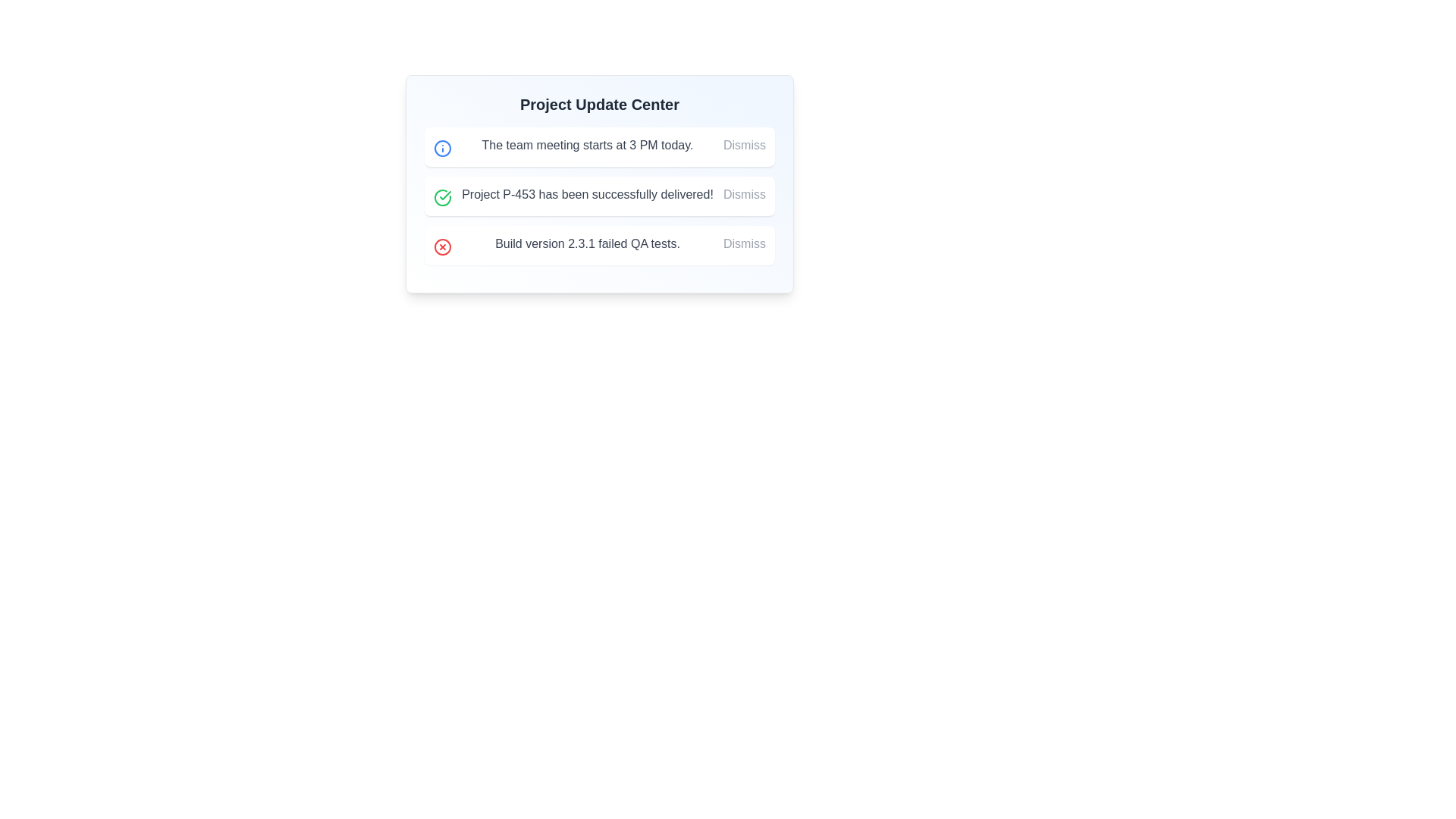  What do you see at coordinates (745, 194) in the screenshot?
I see `the dismiss button located to the right of the notification message 'Project P-453 has been successfully delivered!'` at bounding box center [745, 194].